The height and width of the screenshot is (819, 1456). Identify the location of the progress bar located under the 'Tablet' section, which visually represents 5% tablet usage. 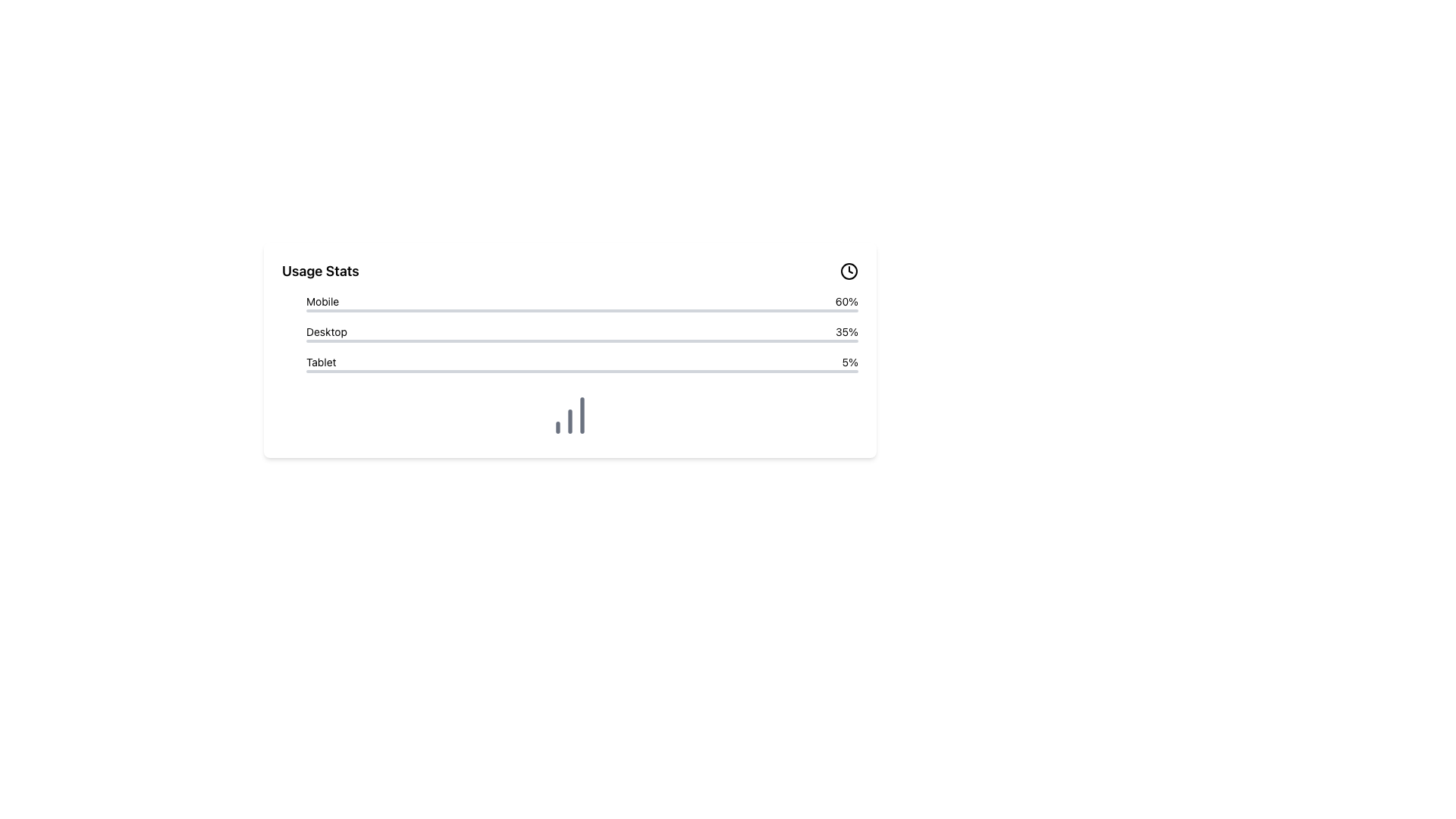
(582, 371).